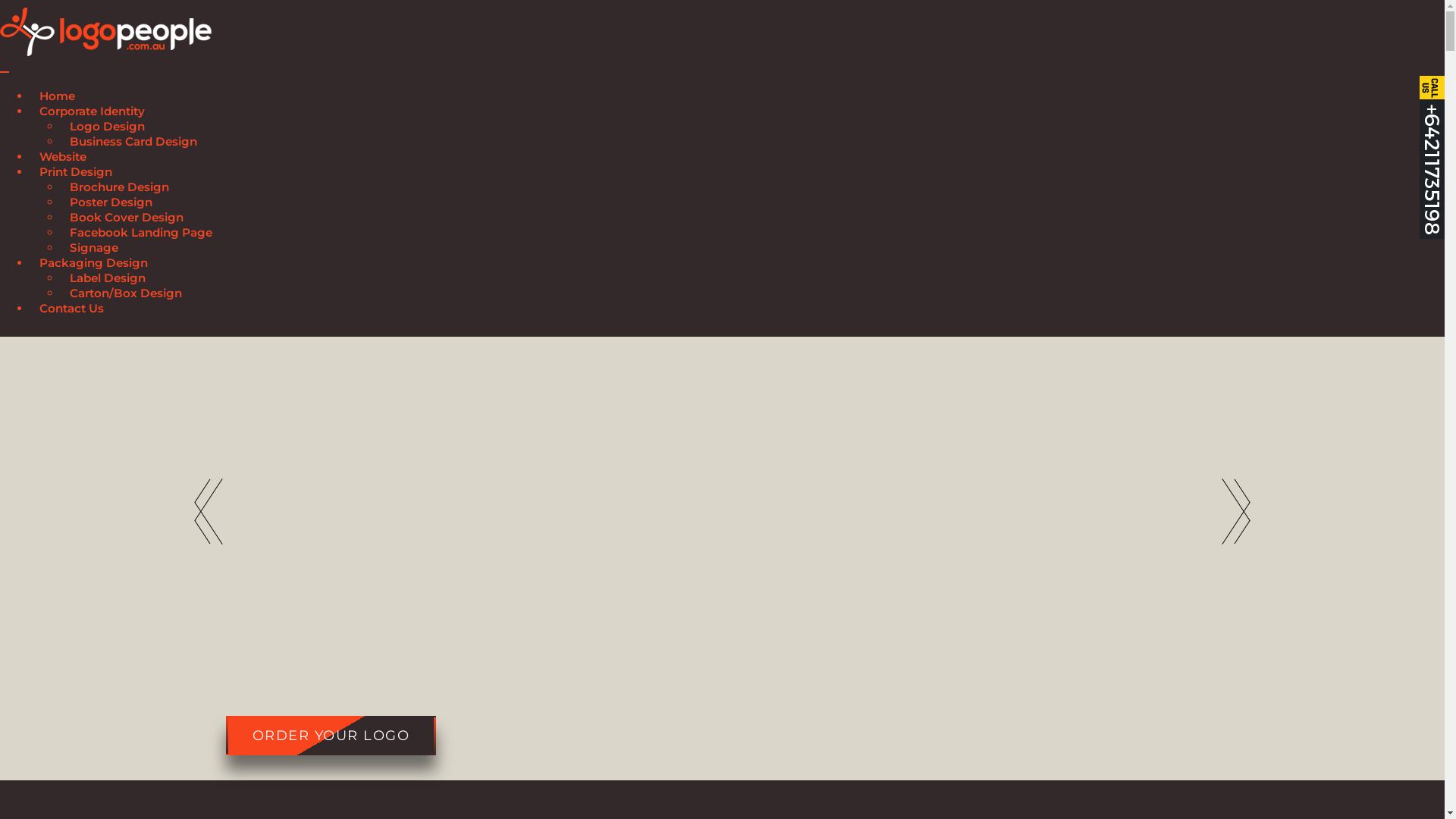  What do you see at coordinates (126, 295) in the screenshot?
I see `'Carton/Box Design'` at bounding box center [126, 295].